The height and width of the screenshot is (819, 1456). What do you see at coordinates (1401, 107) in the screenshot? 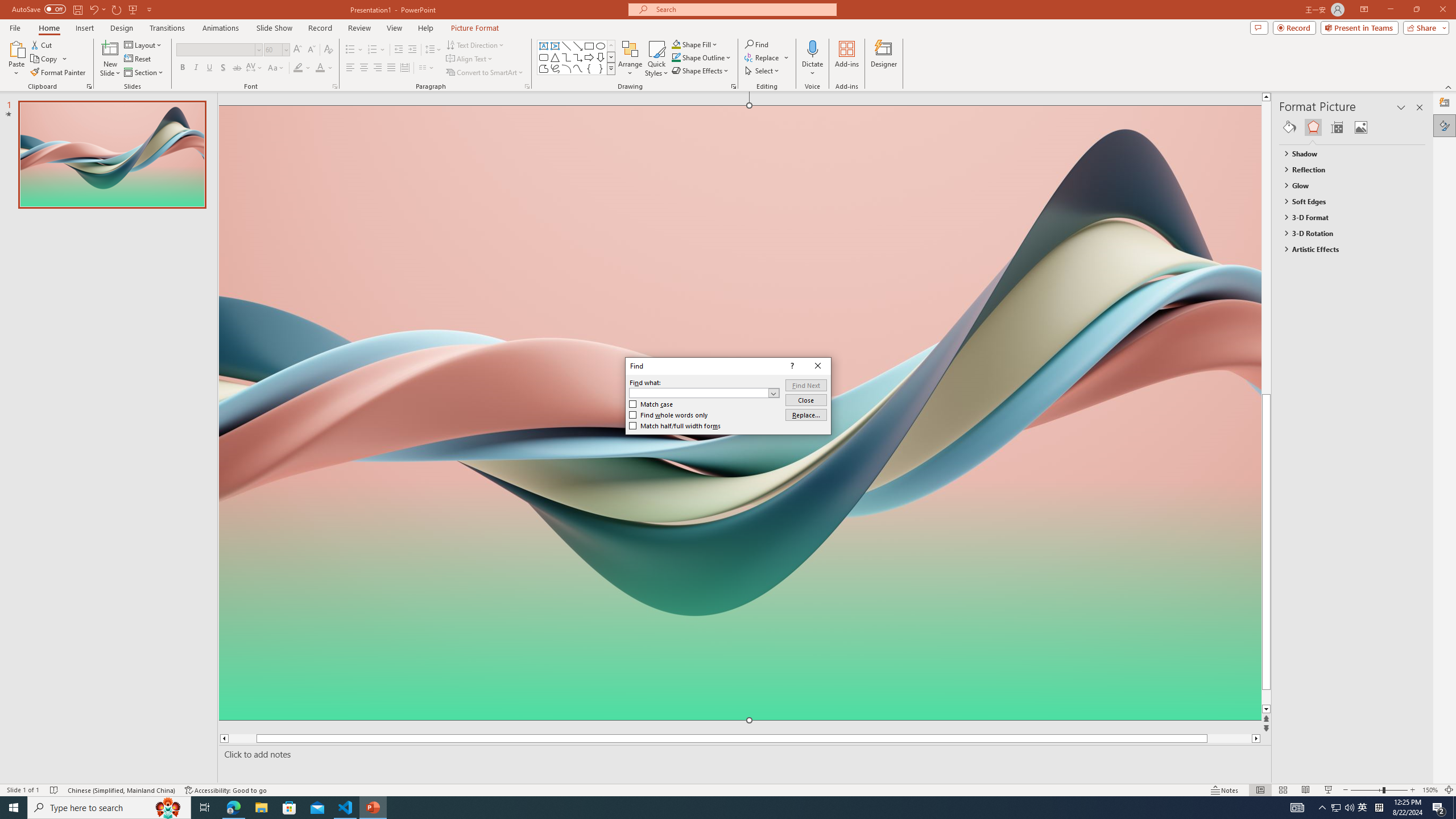
I see `'Task Pane Options'` at bounding box center [1401, 107].